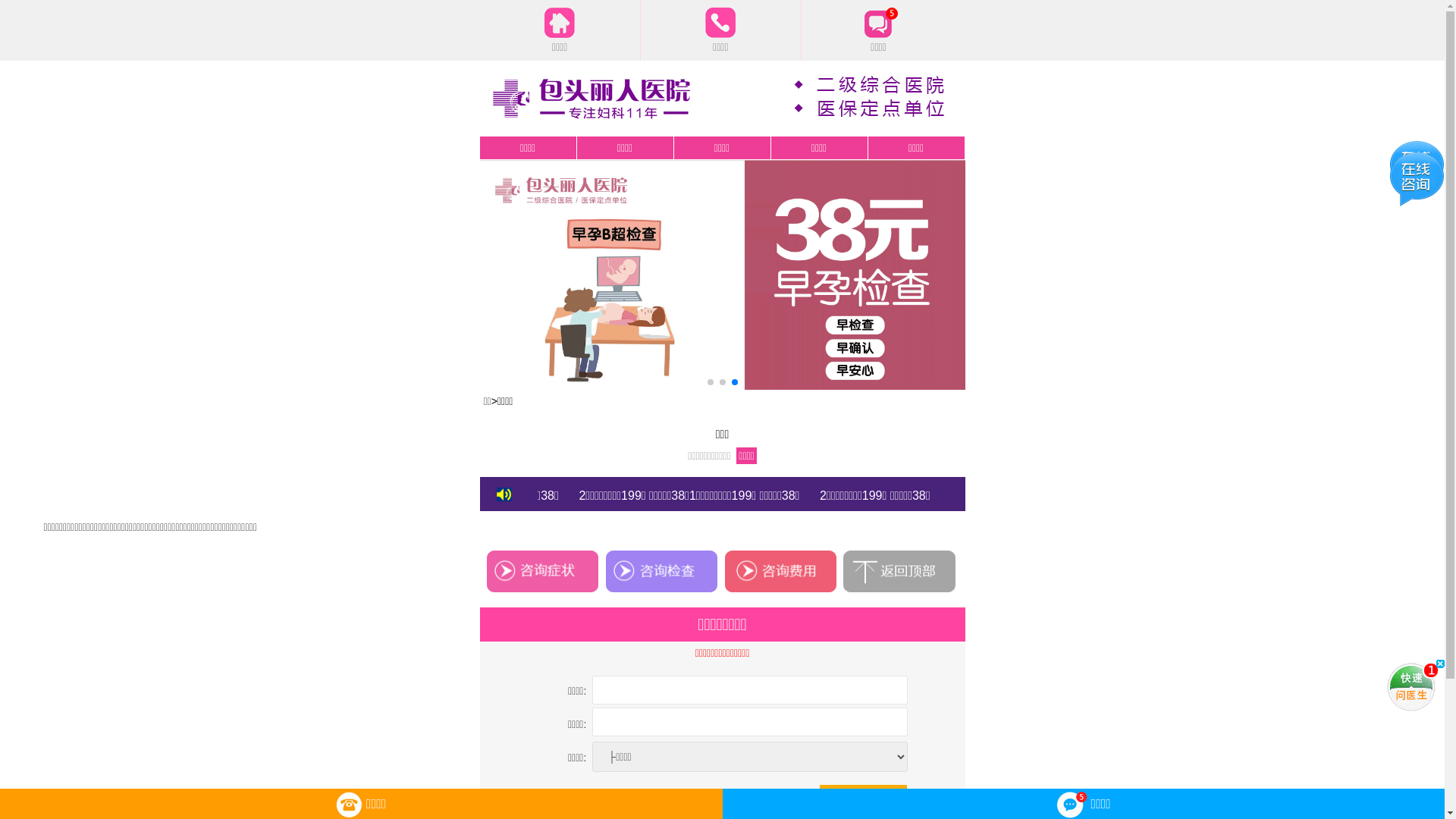 The width and height of the screenshot is (1456, 819). Describe the element at coordinates (694, 795) in the screenshot. I see `'checkbox'` at that location.